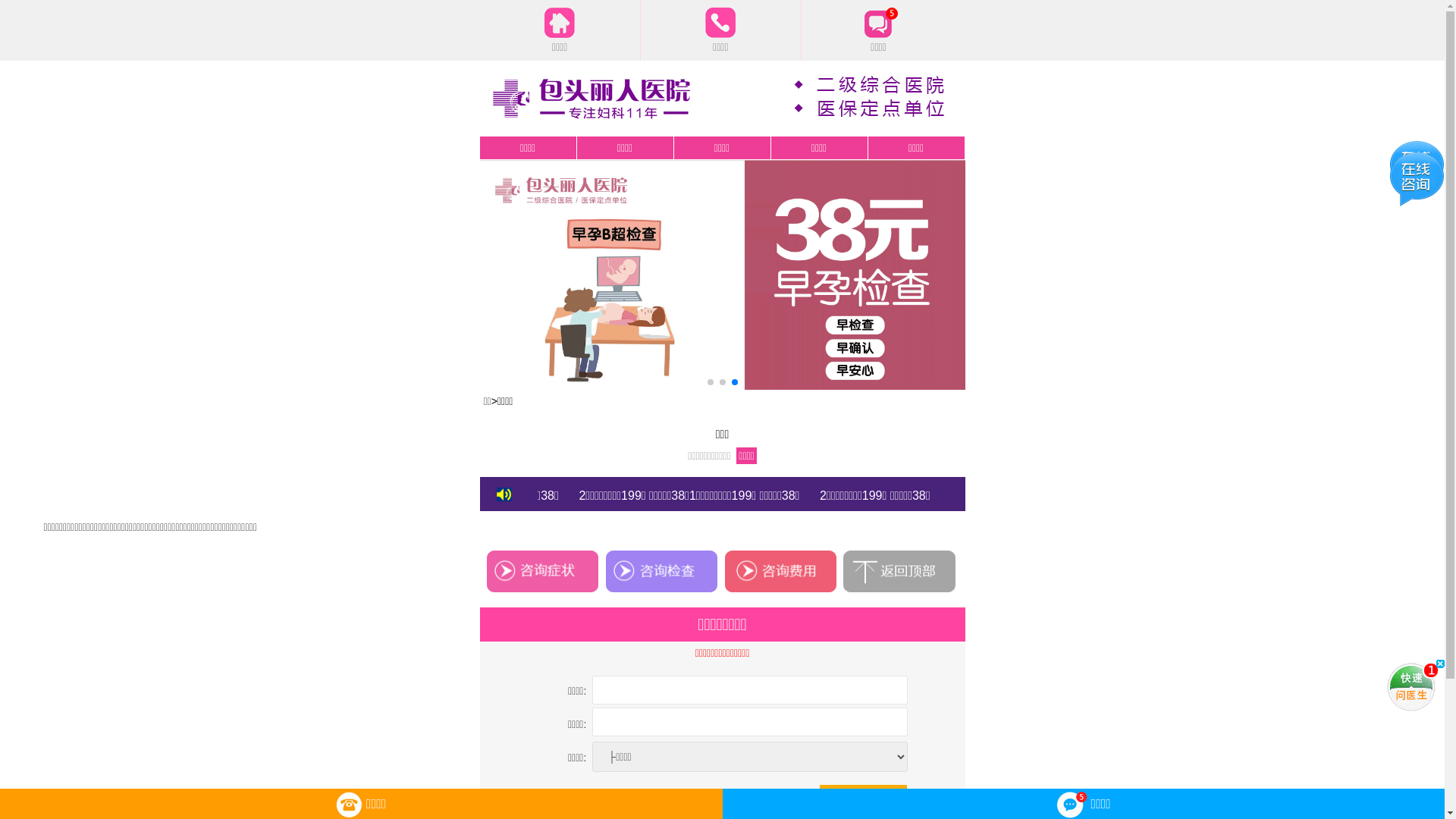 The width and height of the screenshot is (1456, 819). Describe the element at coordinates (694, 795) in the screenshot. I see `'checkbox'` at that location.